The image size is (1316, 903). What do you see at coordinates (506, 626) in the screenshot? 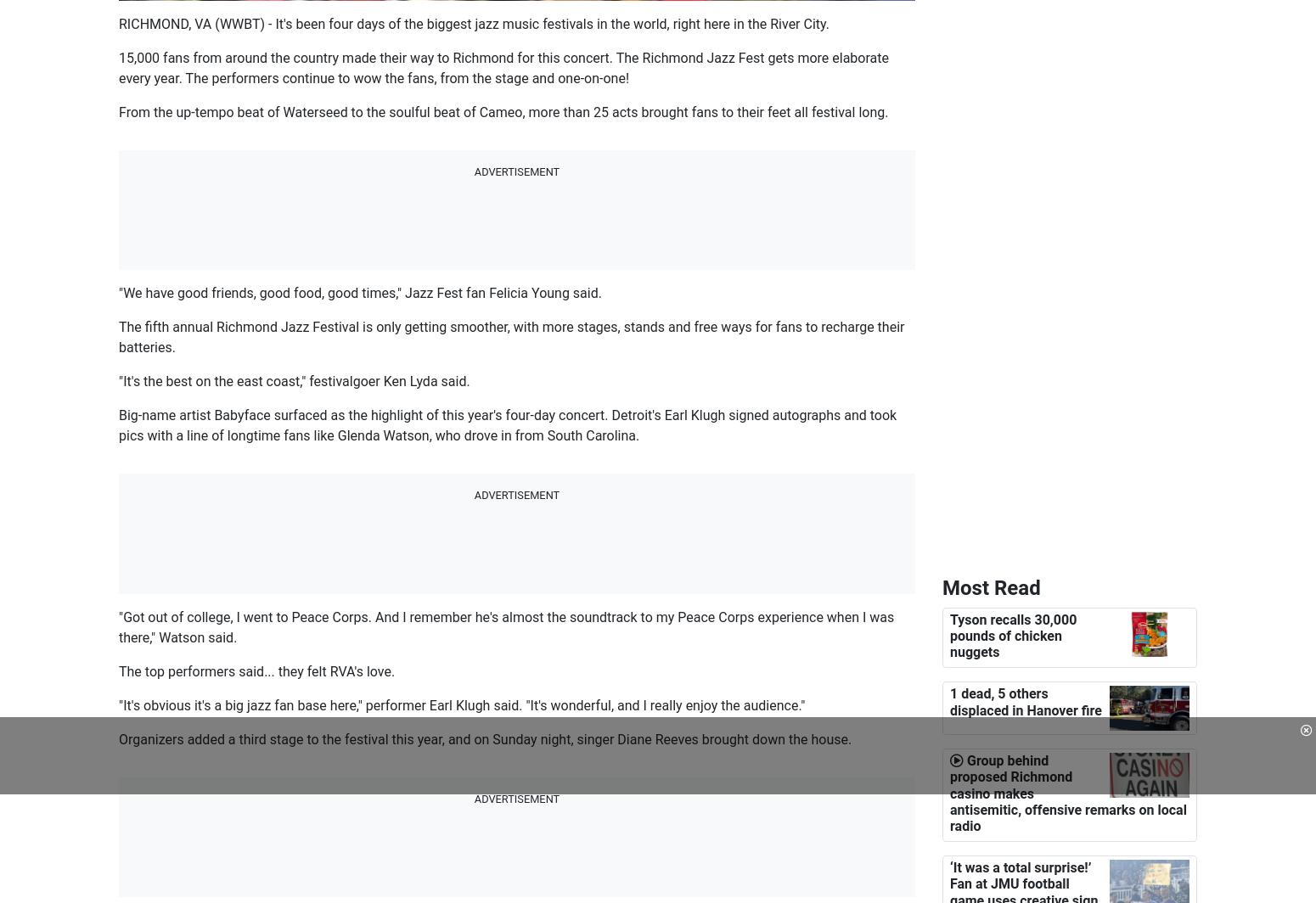
I see `'"Got out of college, I went to Peace Corps. And I remember he's almost the soundtrack to my Peace Corps experience when I was there," Watson said.'` at bounding box center [506, 626].